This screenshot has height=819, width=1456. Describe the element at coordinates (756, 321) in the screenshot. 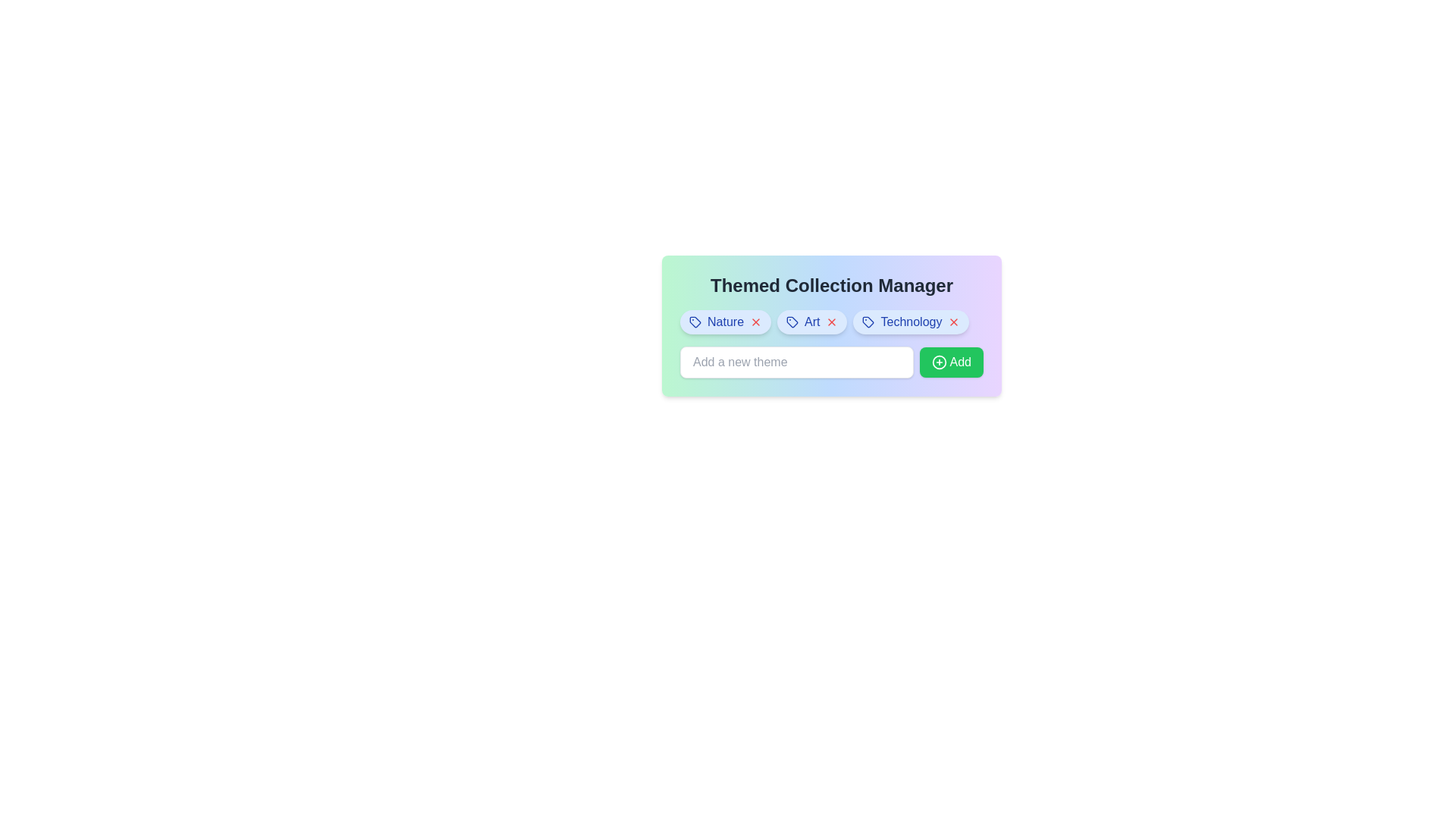

I see `'X' button for the theme Nature` at that location.